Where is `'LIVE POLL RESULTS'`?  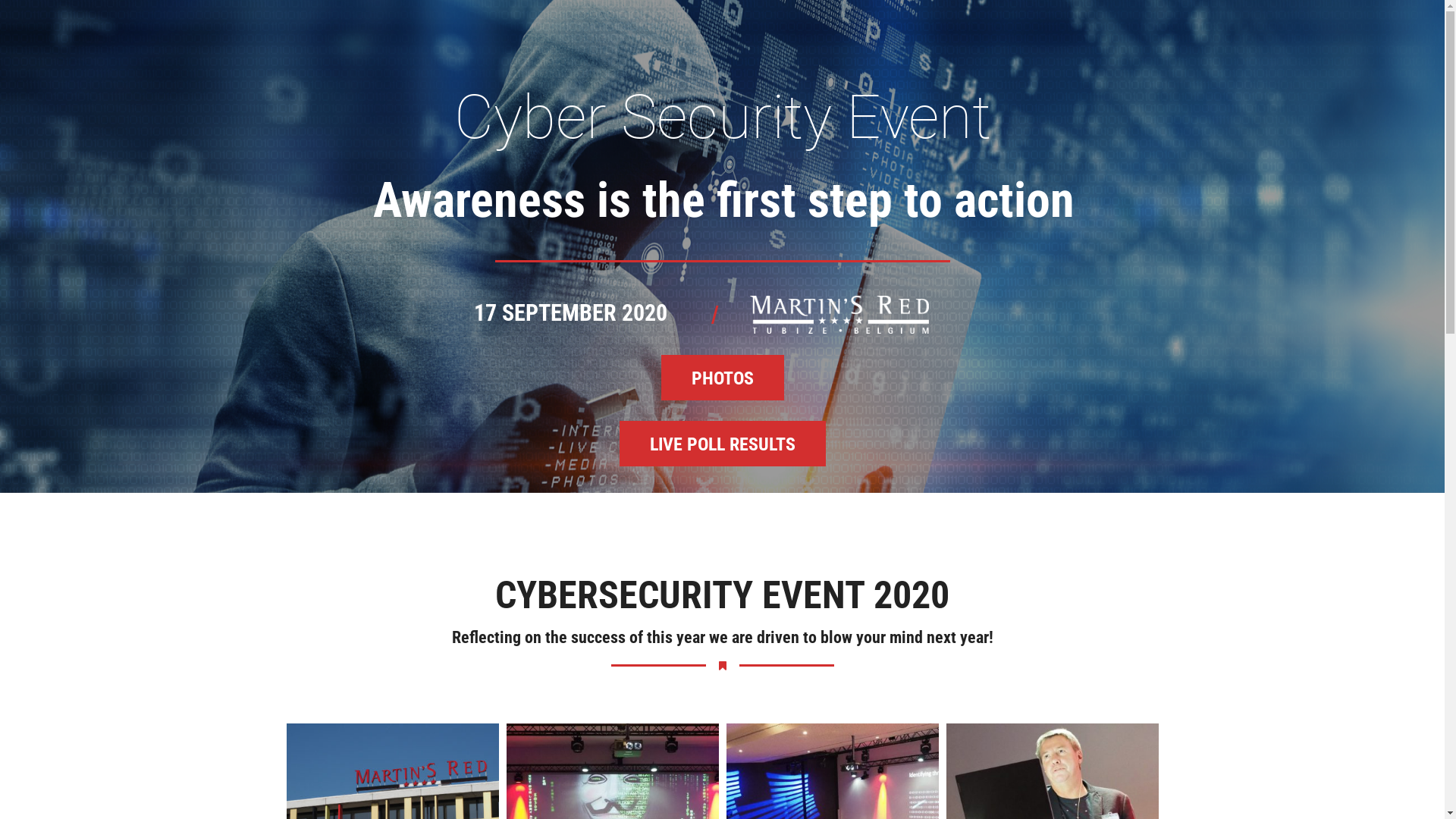 'LIVE POLL RESULTS' is located at coordinates (720, 444).